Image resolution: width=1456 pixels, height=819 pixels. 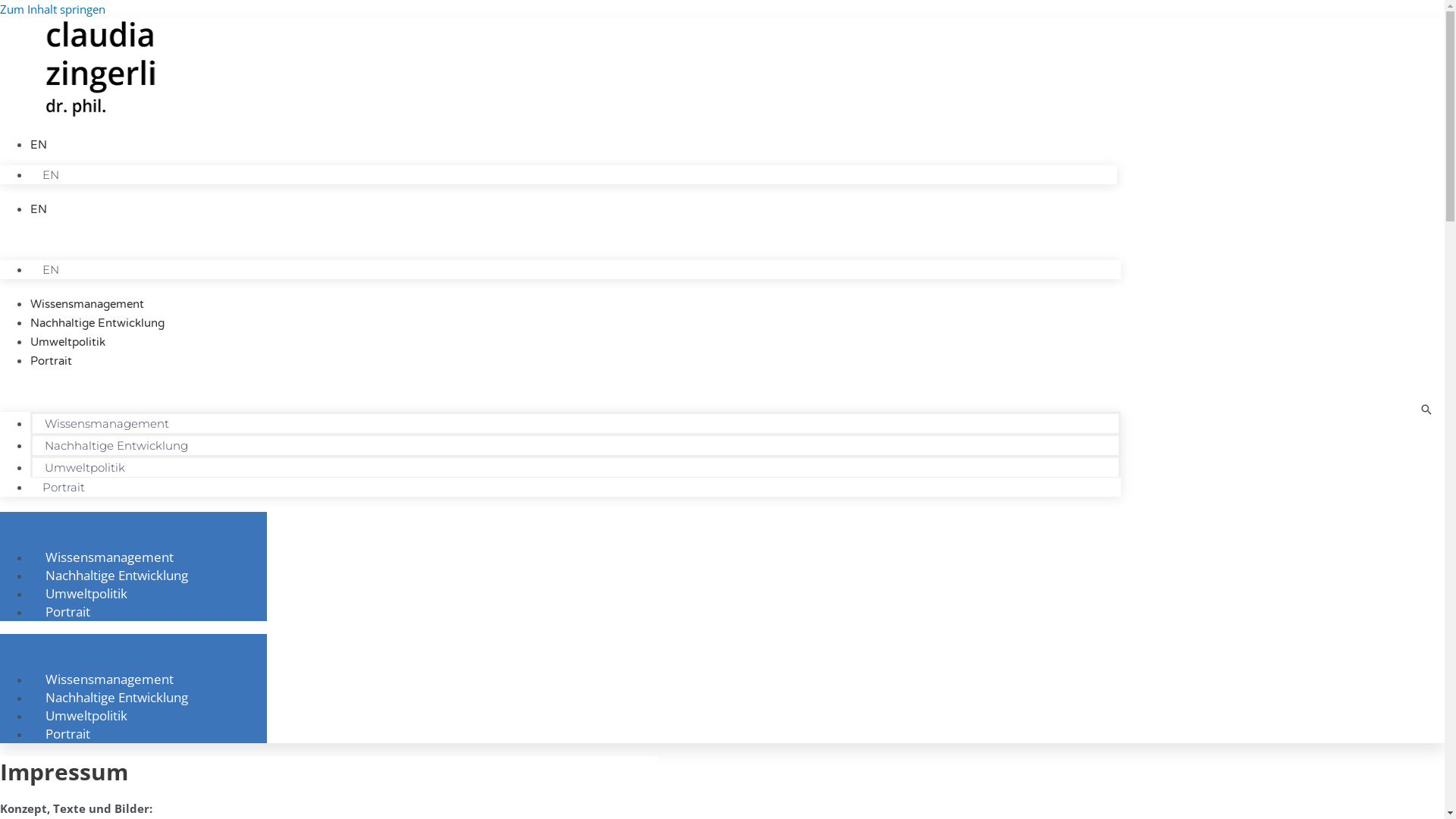 What do you see at coordinates (67, 610) in the screenshot?
I see `'Portrait'` at bounding box center [67, 610].